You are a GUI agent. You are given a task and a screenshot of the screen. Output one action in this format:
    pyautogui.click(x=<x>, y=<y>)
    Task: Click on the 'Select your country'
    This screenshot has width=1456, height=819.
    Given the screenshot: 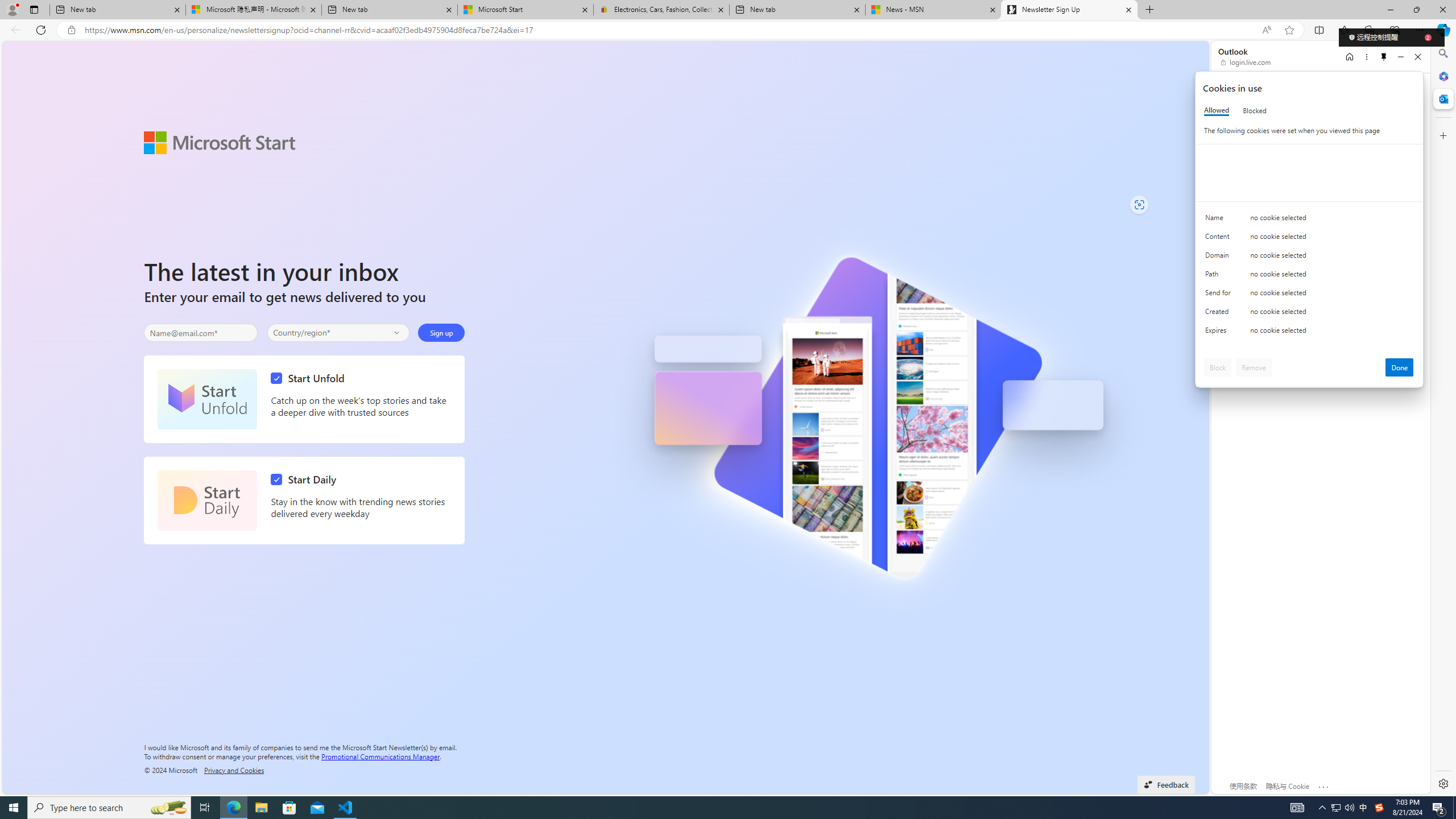 What is the action you would take?
    pyautogui.click(x=338, y=333)
    